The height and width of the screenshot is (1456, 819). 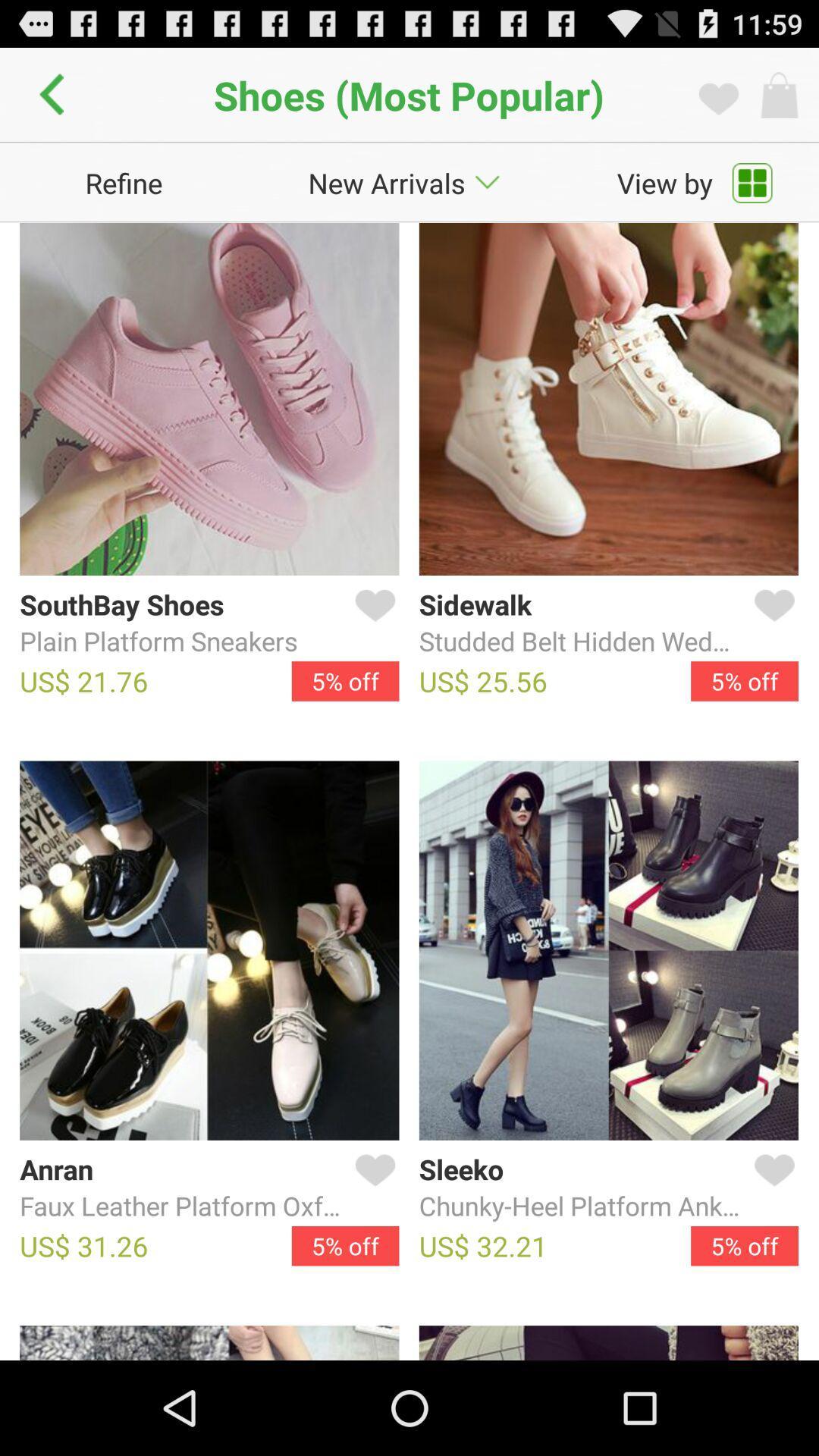 What do you see at coordinates (372, 623) in the screenshot?
I see `like` at bounding box center [372, 623].